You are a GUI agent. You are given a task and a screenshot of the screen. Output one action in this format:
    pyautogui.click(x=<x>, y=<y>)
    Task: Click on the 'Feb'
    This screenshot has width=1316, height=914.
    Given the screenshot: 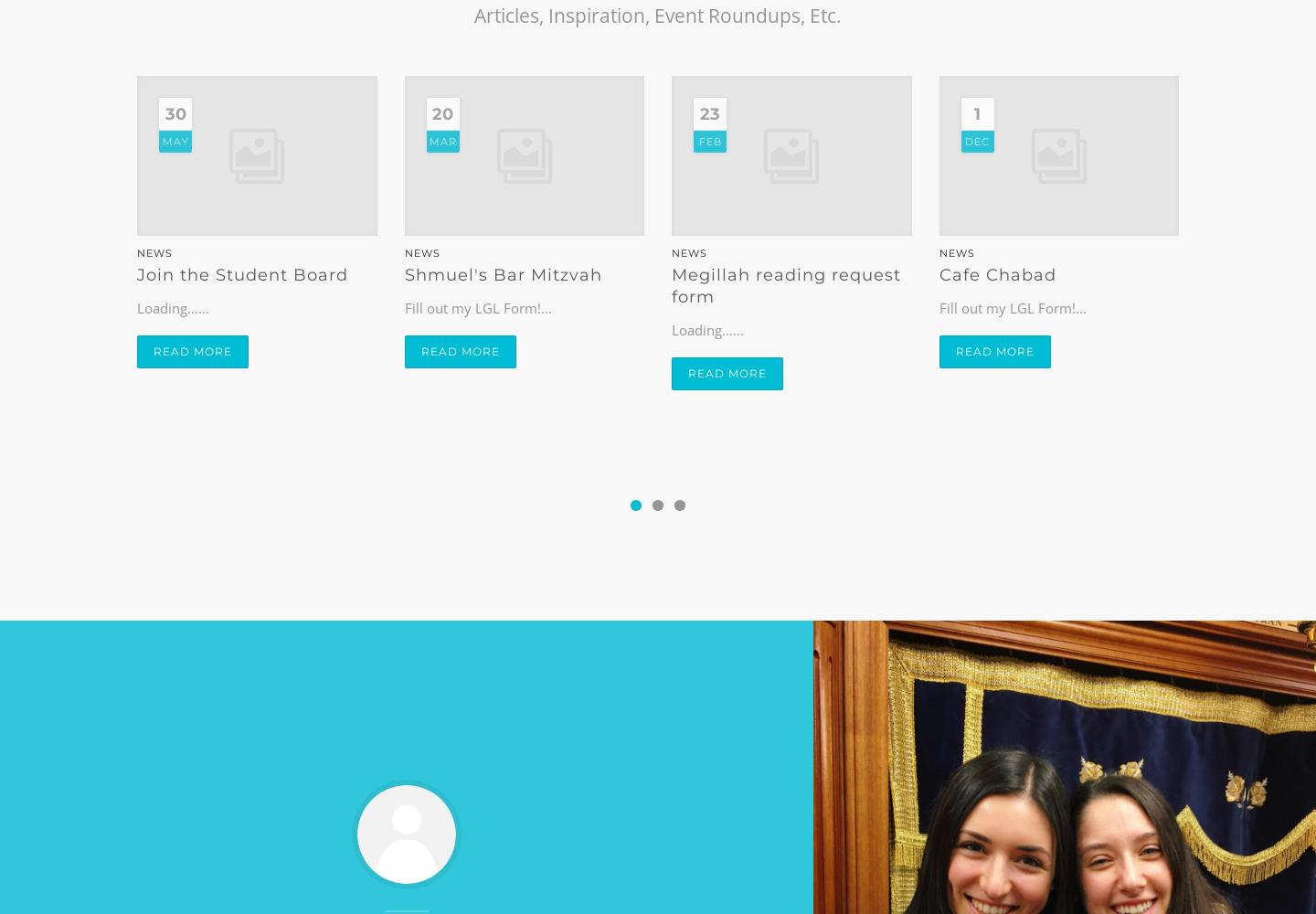 What is the action you would take?
    pyautogui.click(x=697, y=142)
    